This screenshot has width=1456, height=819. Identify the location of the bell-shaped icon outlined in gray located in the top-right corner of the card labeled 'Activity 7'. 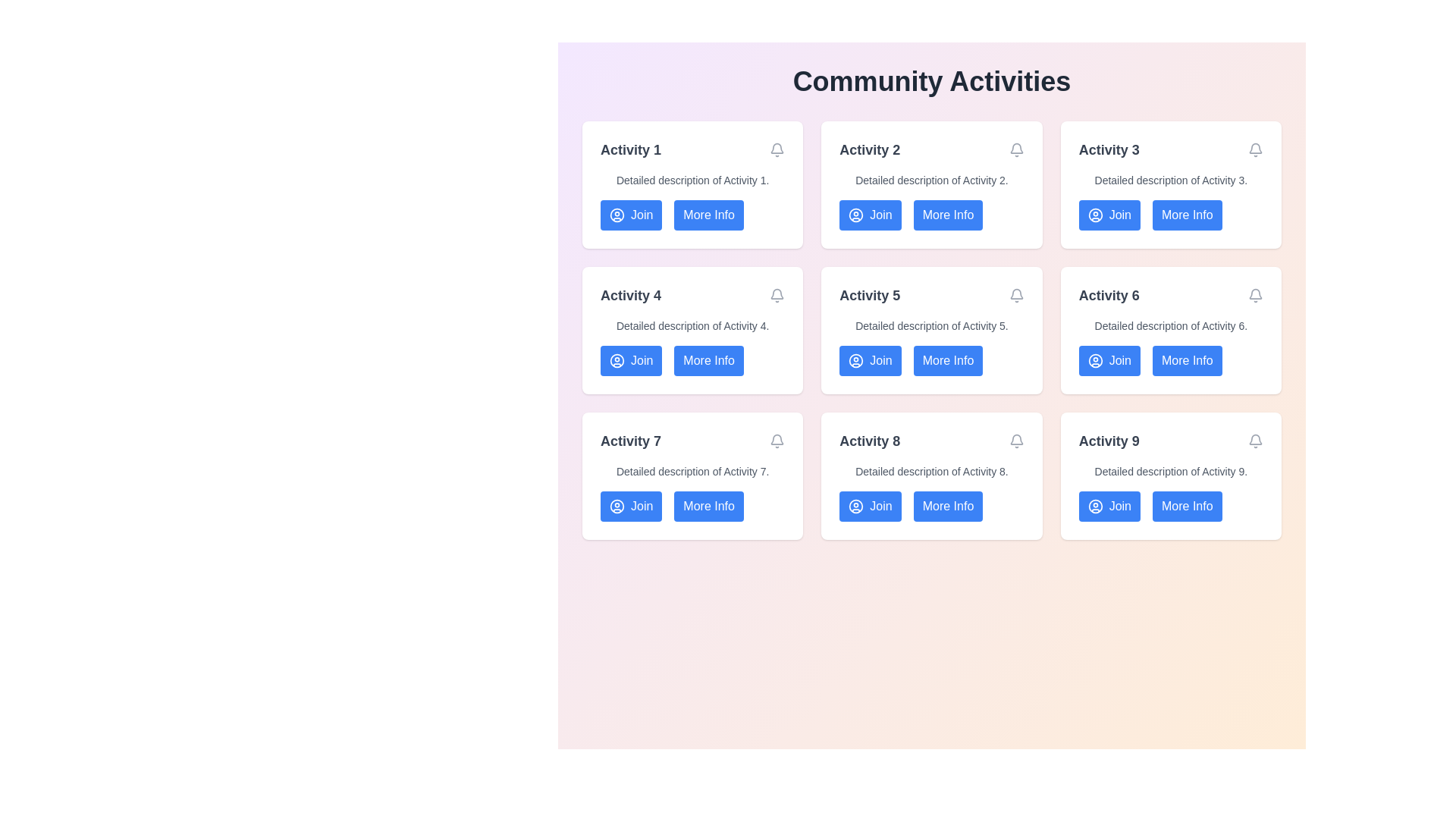
(777, 438).